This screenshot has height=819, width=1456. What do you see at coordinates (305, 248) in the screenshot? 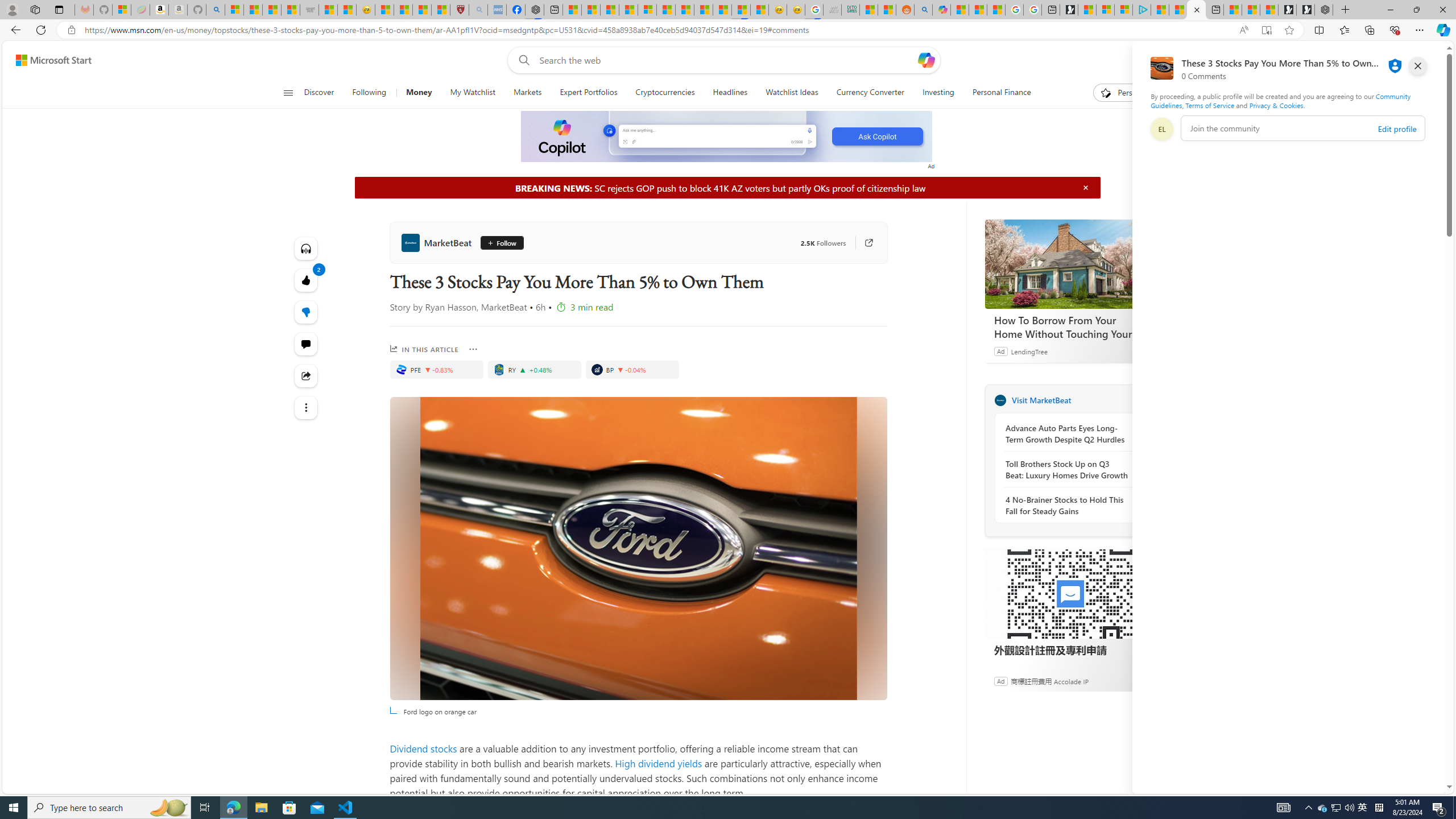
I see `'Listen to this article'` at bounding box center [305, 248].